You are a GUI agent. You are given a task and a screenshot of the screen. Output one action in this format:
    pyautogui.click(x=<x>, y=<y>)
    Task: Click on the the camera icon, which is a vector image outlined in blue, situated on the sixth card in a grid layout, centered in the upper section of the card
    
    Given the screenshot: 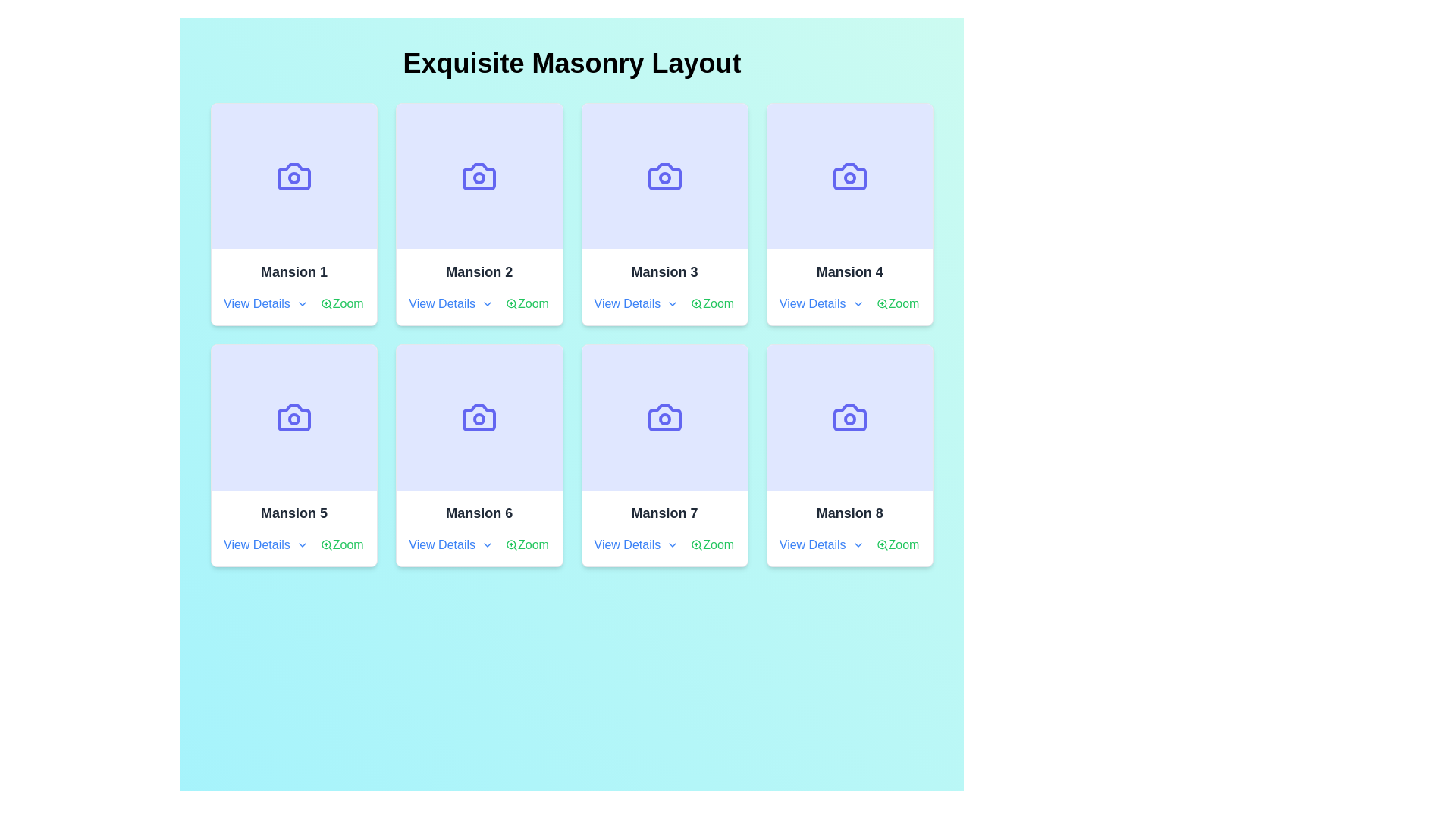 What is the action you would take?
    pyautogui.click(x=479, y=418)
    